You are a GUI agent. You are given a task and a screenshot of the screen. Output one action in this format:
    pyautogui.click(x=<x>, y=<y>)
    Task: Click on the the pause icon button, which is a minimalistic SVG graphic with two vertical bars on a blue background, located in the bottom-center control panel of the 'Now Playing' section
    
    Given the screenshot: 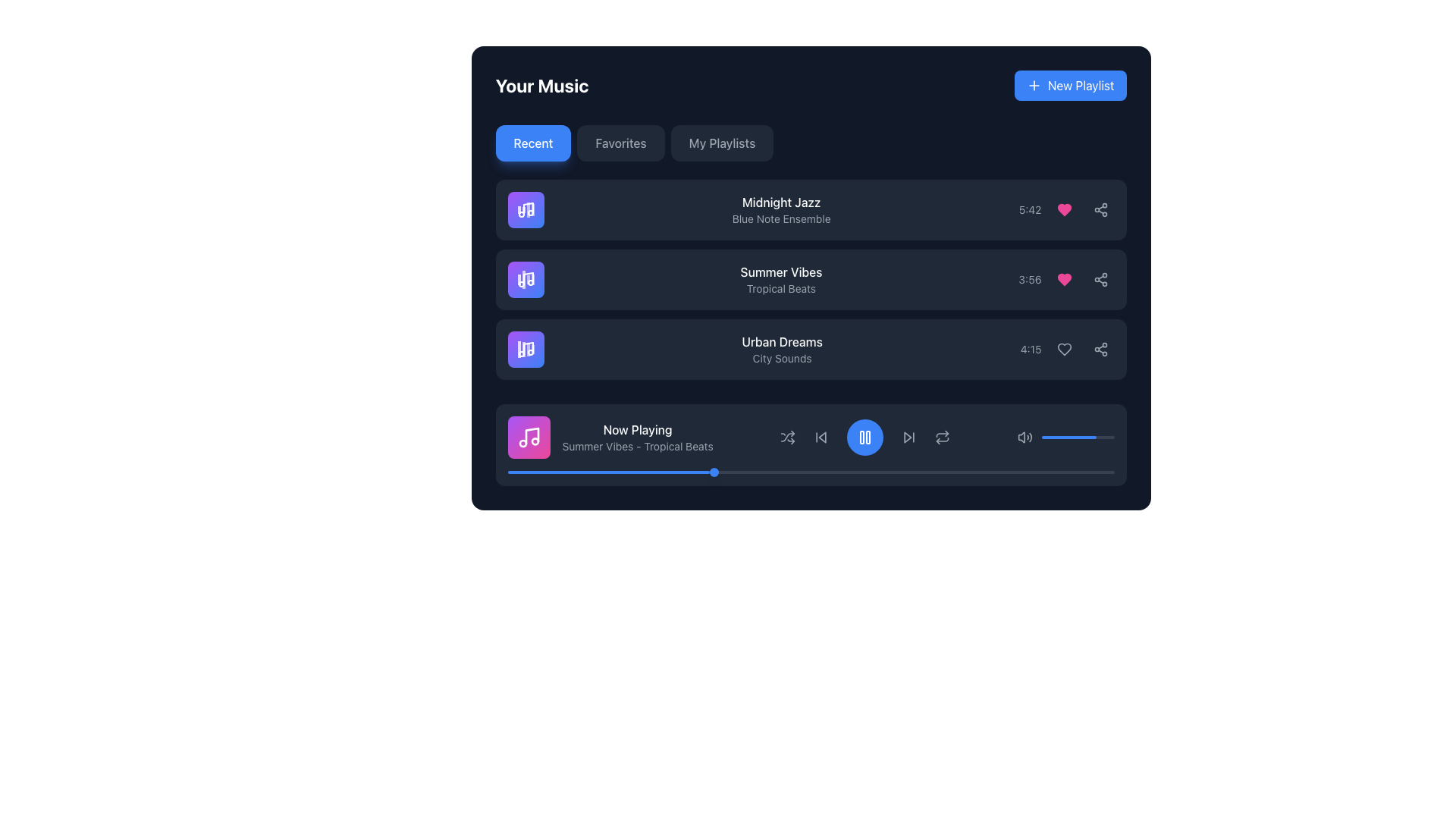 What is the action you would take?
    pyautogui.click(x=865, y=438)
    